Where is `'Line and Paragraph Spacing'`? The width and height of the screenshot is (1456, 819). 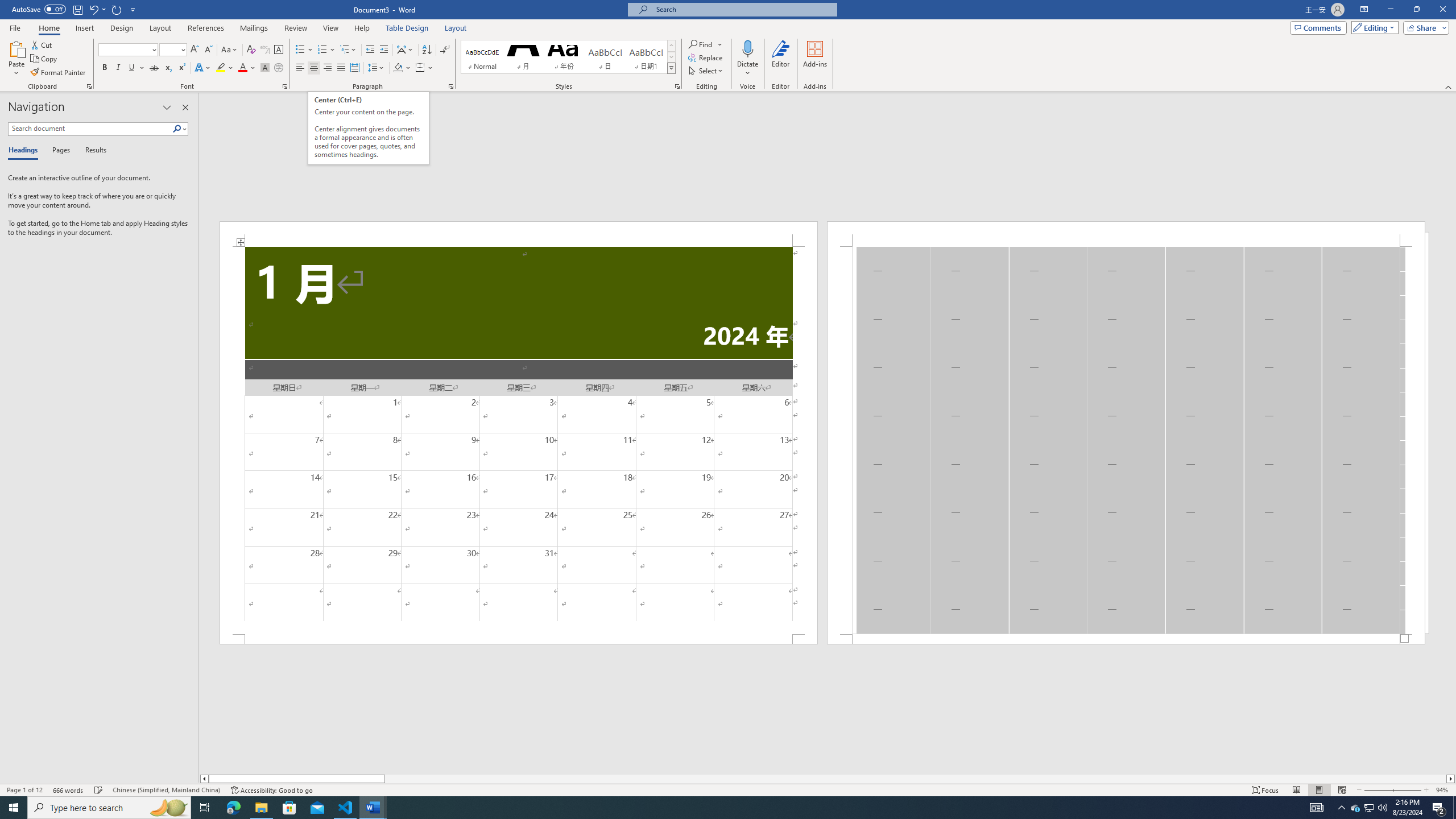
'Line and Paragraph Spacing' is located at coordinates (377, 67).